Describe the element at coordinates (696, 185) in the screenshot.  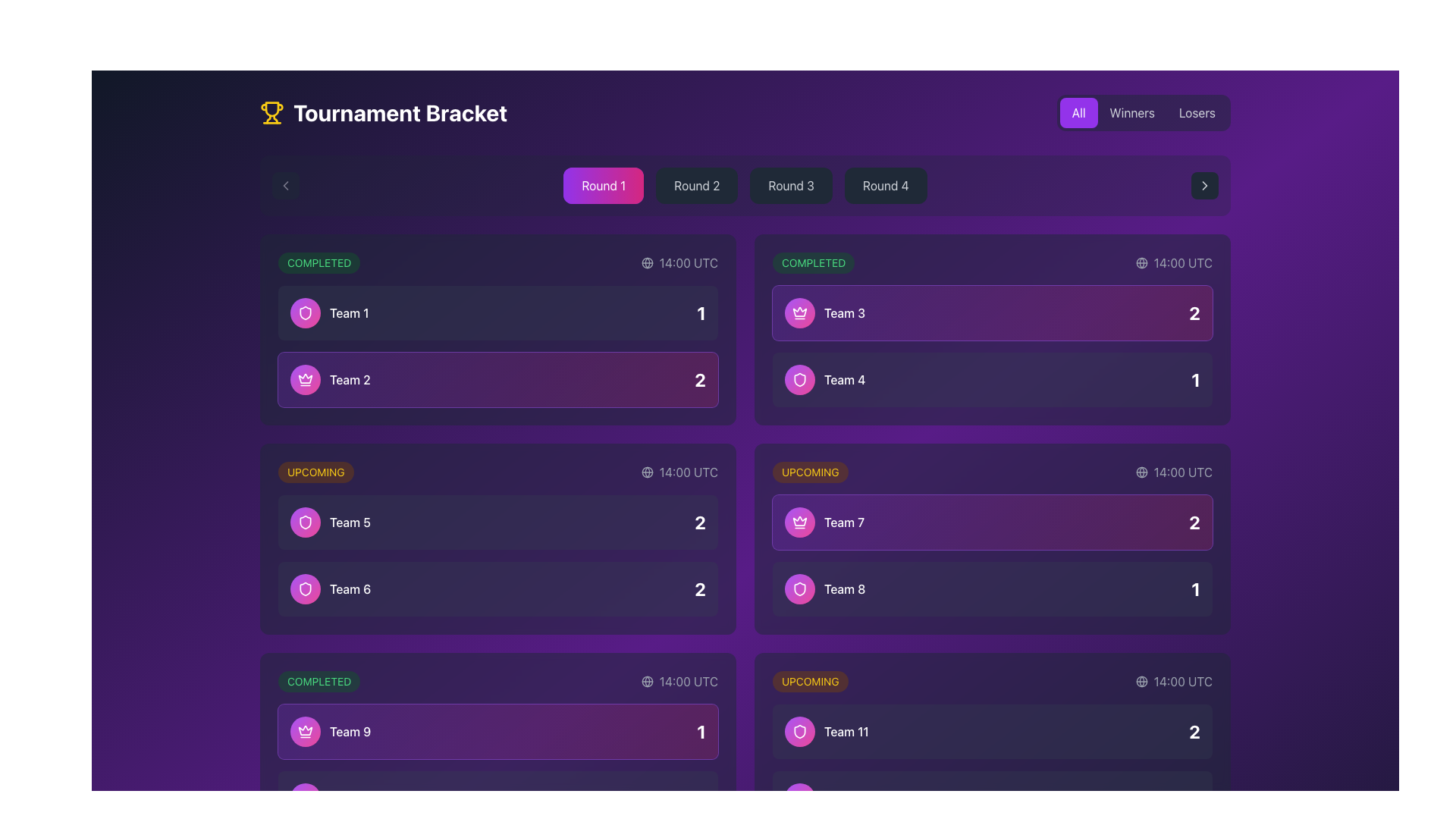
I see `the 'Round 2' button, which is a rectangular button with rounded corners, featuring light gray text on a dark gray background` at that location.